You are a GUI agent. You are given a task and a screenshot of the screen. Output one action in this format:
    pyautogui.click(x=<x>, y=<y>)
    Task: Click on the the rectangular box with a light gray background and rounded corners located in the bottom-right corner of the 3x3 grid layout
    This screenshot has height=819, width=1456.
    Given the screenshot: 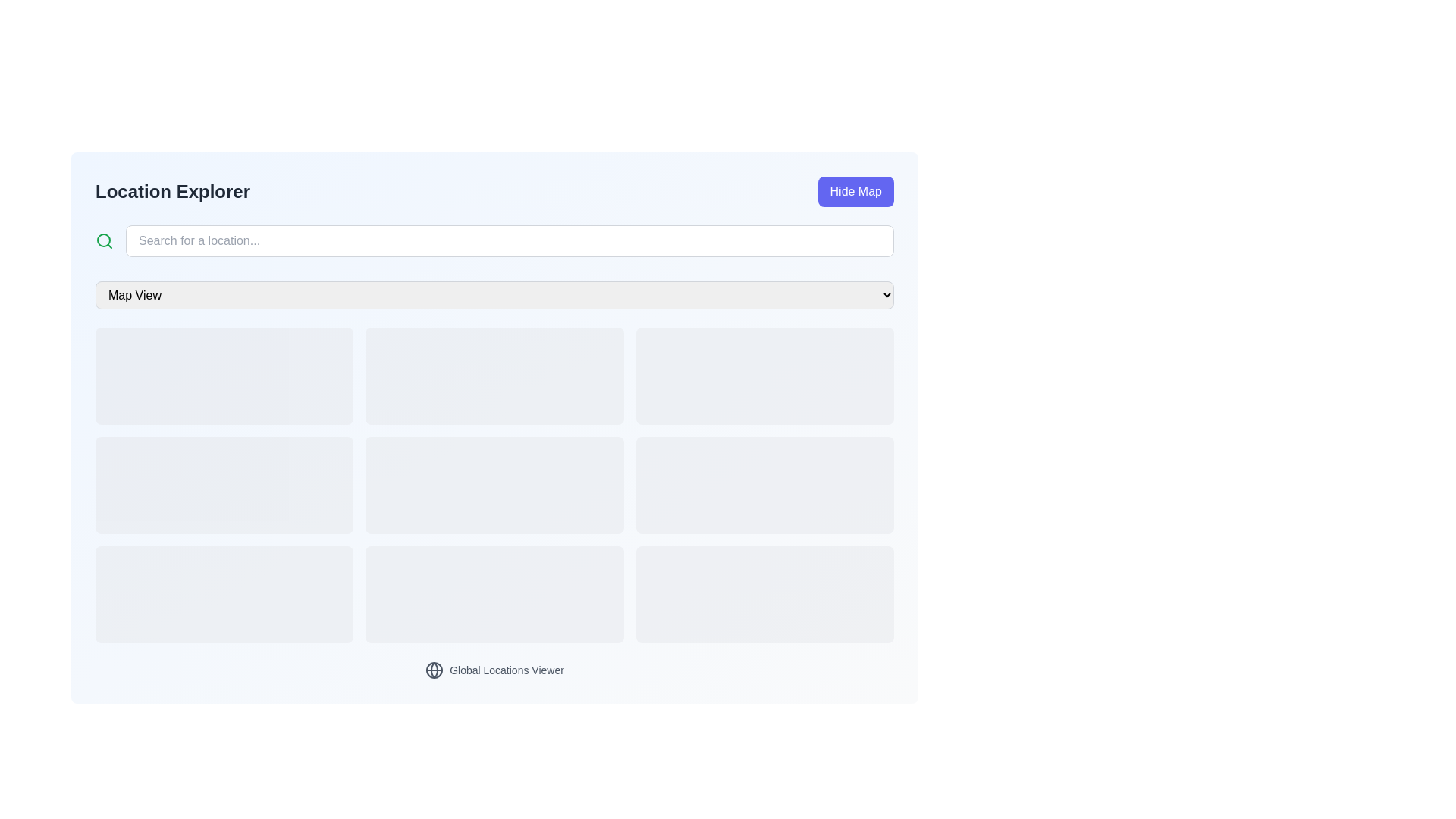 What is the action you would take?
    pyautogui.click(x=764, y=593)
    